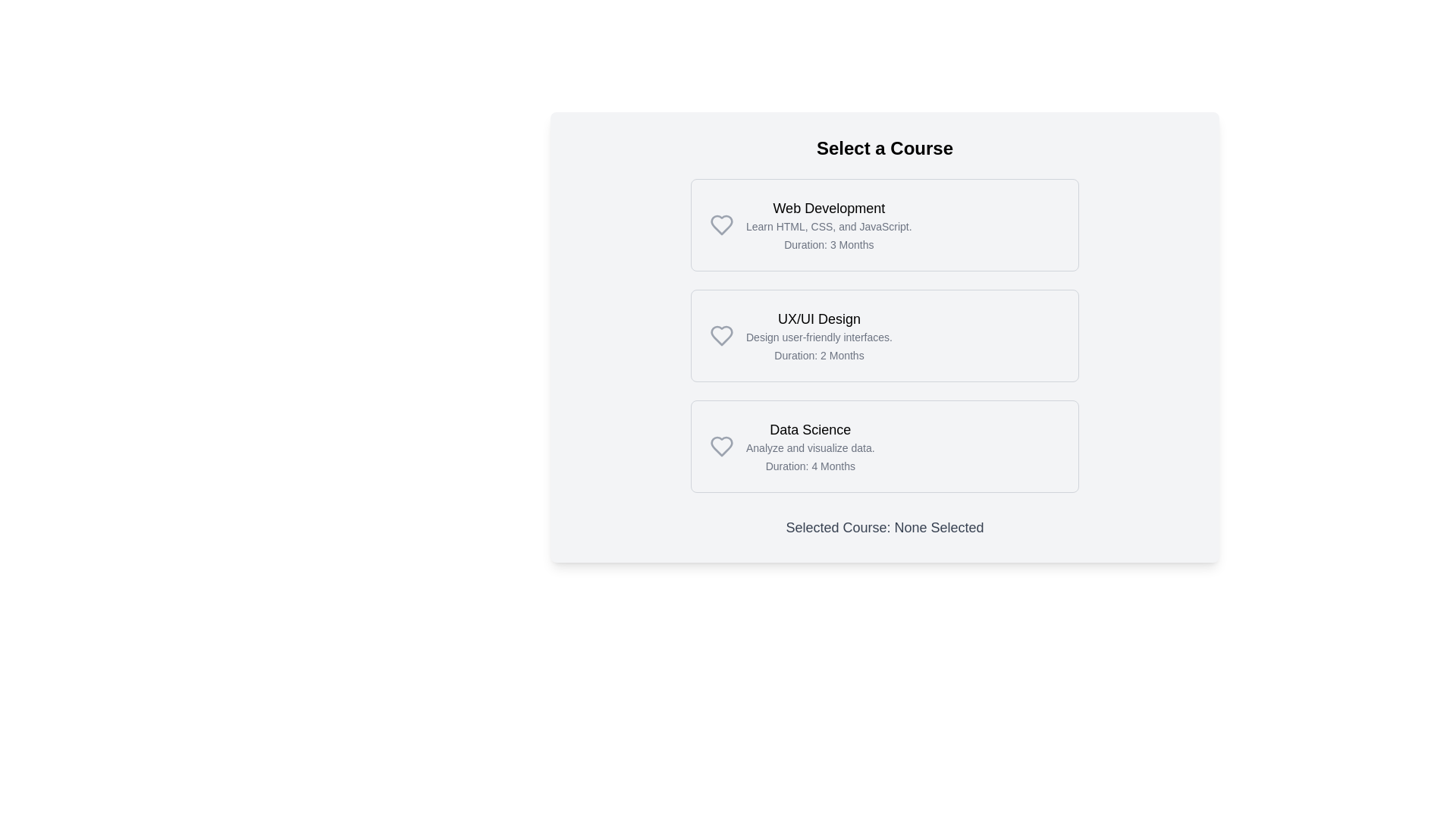 Image resolution: width=1456 pixels, height=819 pixels. What do you see at coordinates (828, 227) in the screenshot?
I see `the text element that reads 'Learn HTML, CSS, and JavaScript.' positioned within the 'Web Development' box, located below the title and above the duration line` at bounding box center [828, 227].